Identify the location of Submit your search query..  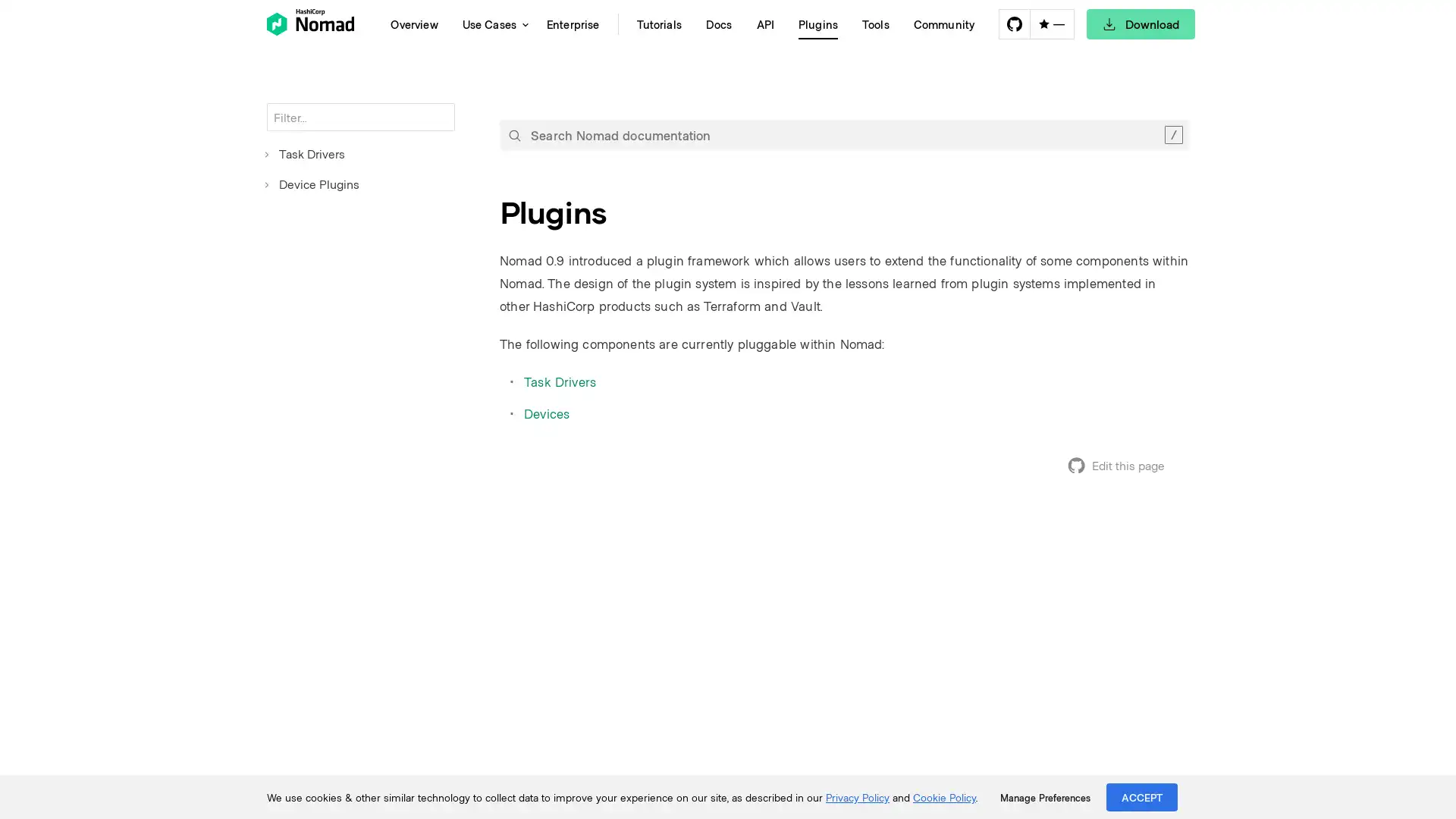
(514, 133).